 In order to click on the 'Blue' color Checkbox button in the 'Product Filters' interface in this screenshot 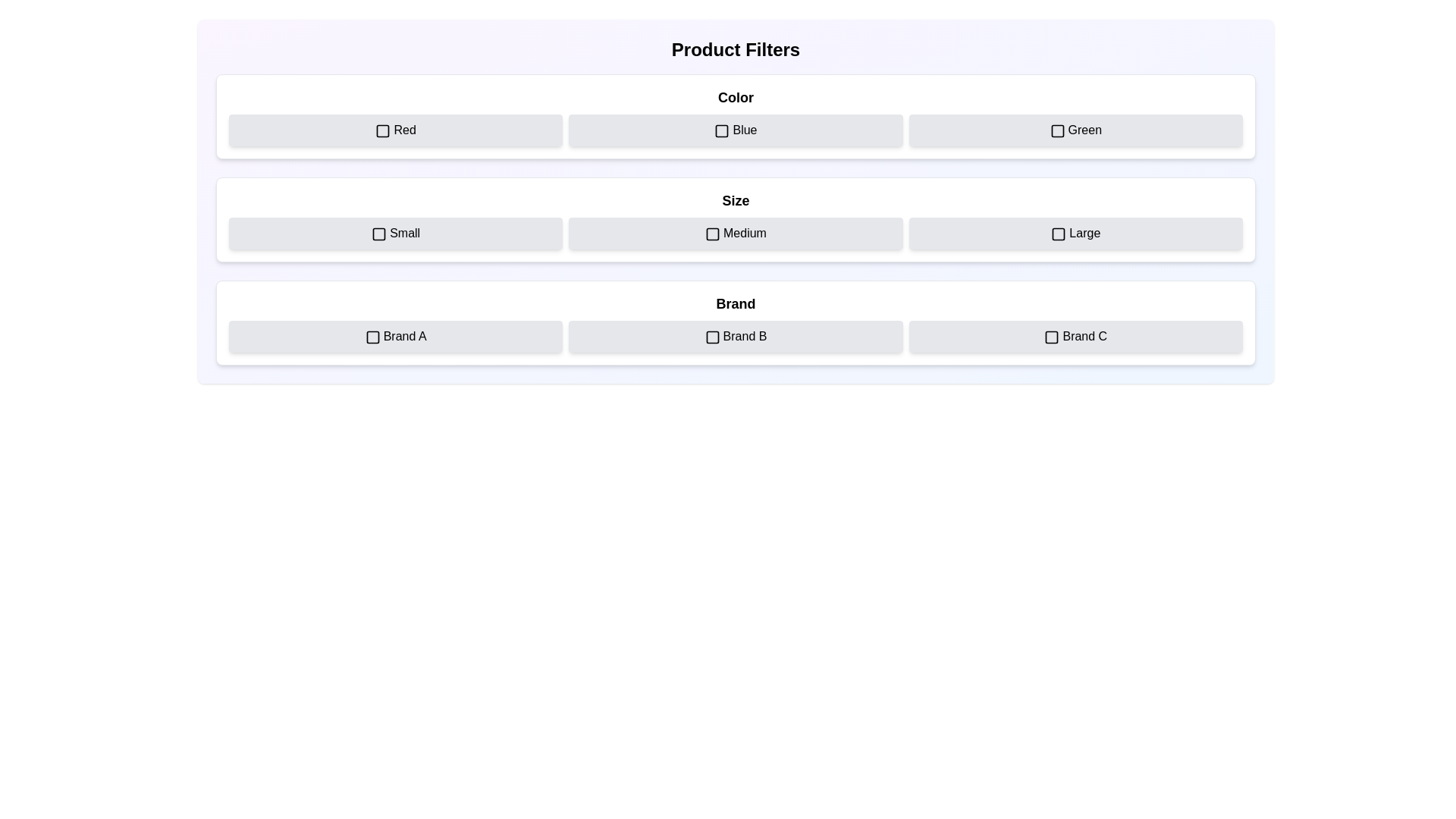, I will do `click(736, 130)`.